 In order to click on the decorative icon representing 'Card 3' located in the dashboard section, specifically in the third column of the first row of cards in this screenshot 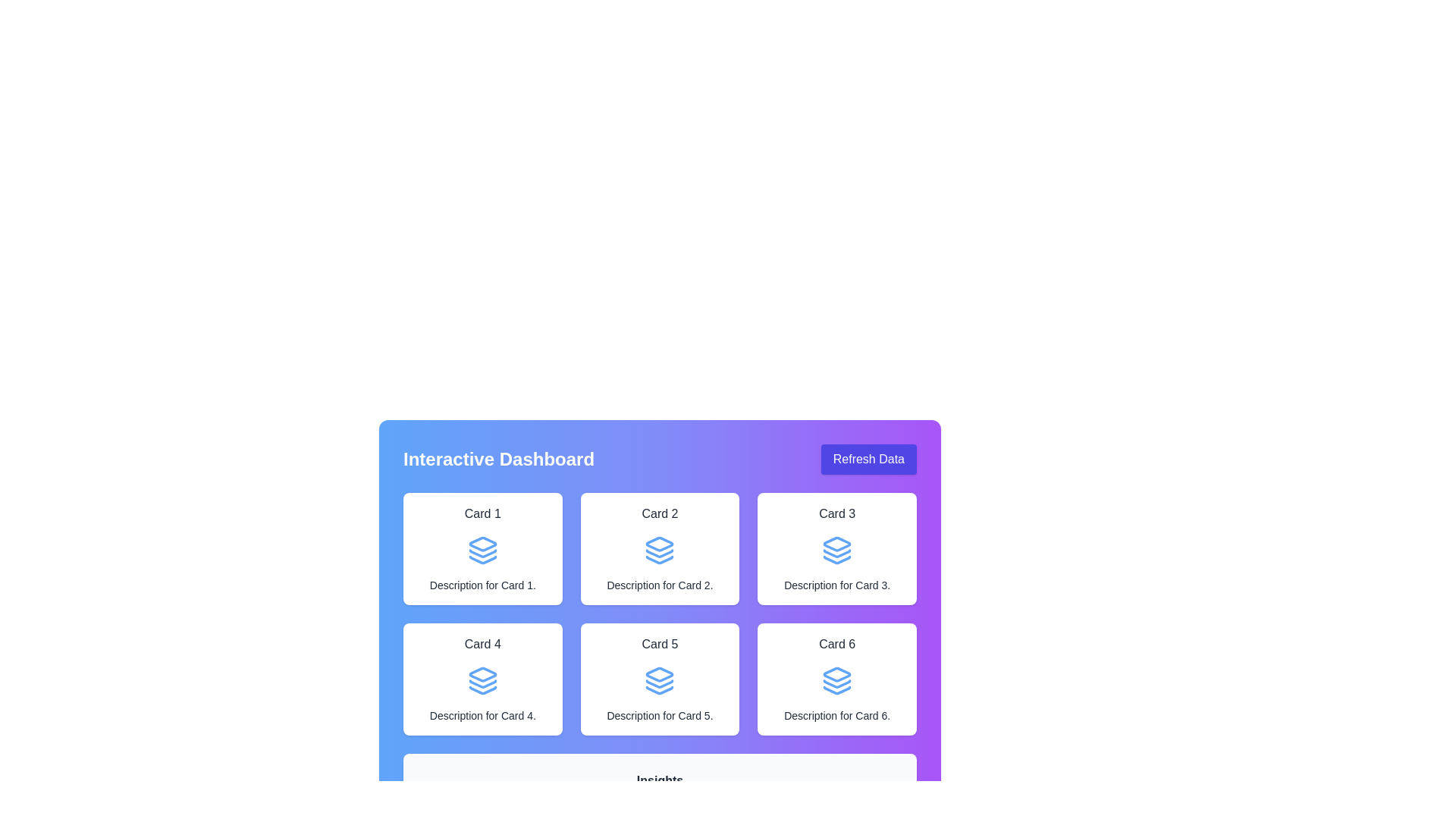, I will do `click(836, 560)`.